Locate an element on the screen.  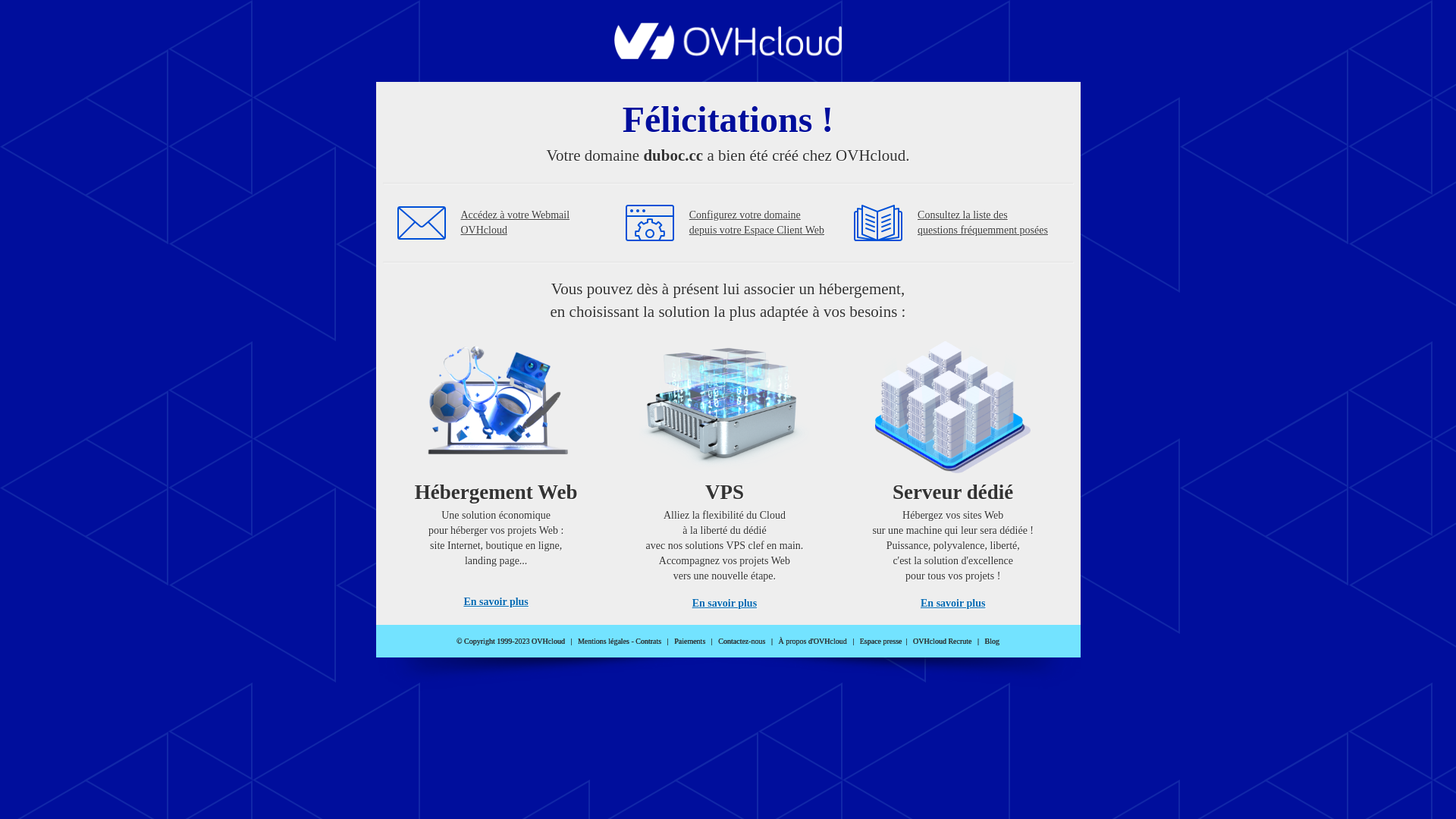
'Contactez-nous' is located at coordinates (742, 641).